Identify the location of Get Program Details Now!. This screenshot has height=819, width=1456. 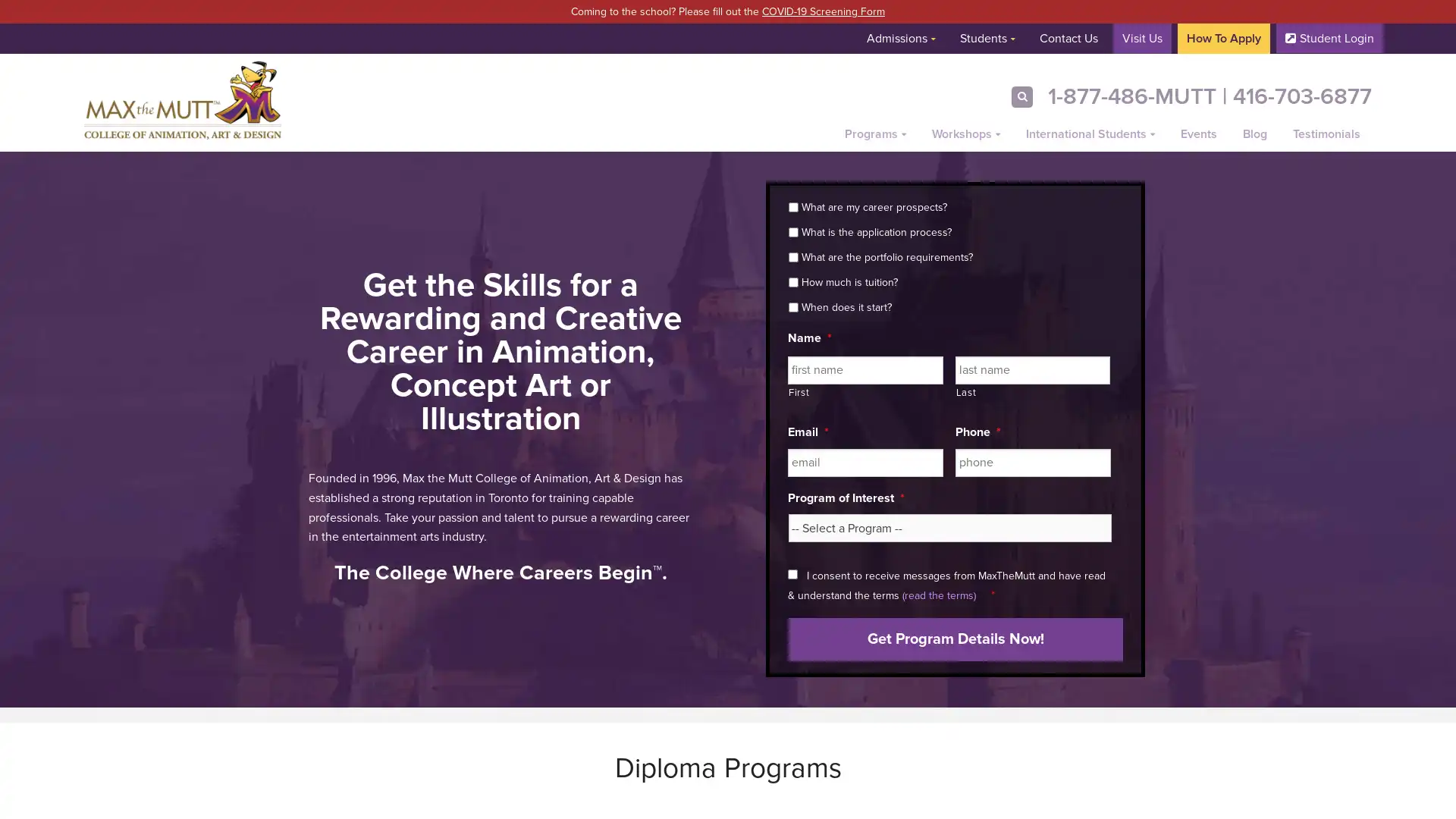
(954, 645).